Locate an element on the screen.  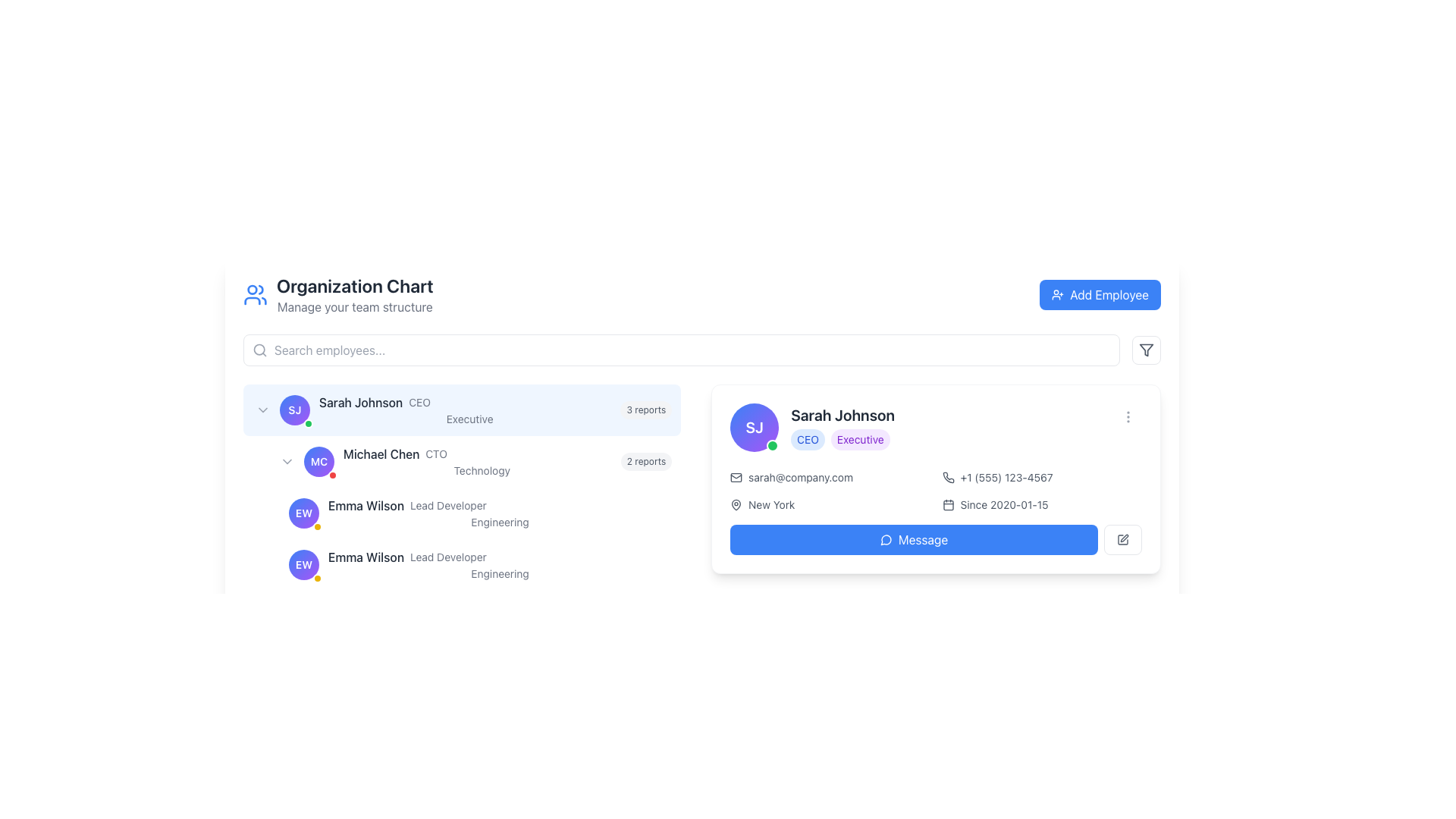
the edit icon located in the bottom-right corner of the user information card is located at coordinates (1125, 537).